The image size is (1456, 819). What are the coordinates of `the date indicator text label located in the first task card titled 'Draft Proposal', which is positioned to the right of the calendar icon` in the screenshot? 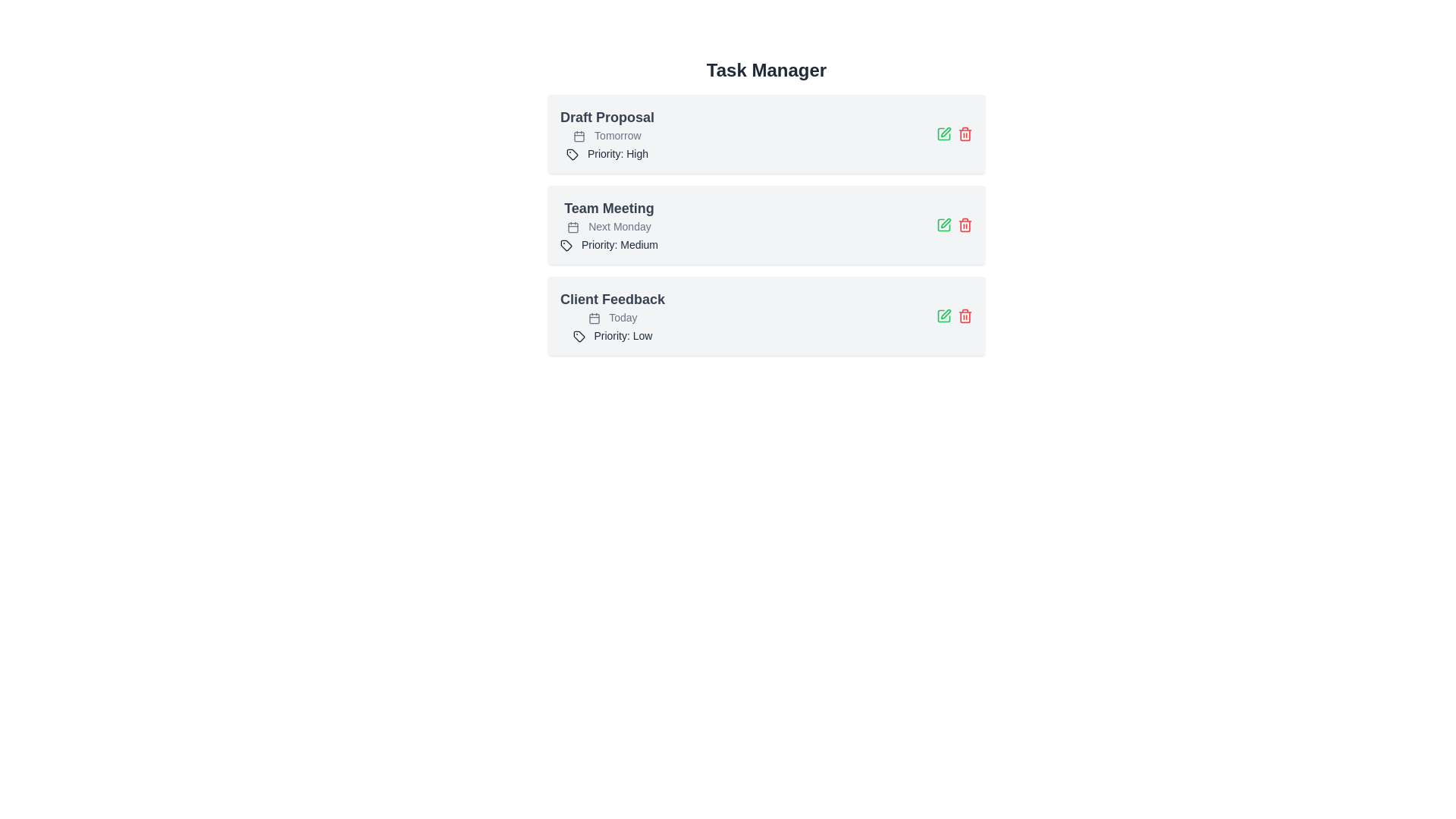 It's located at (607, 134).